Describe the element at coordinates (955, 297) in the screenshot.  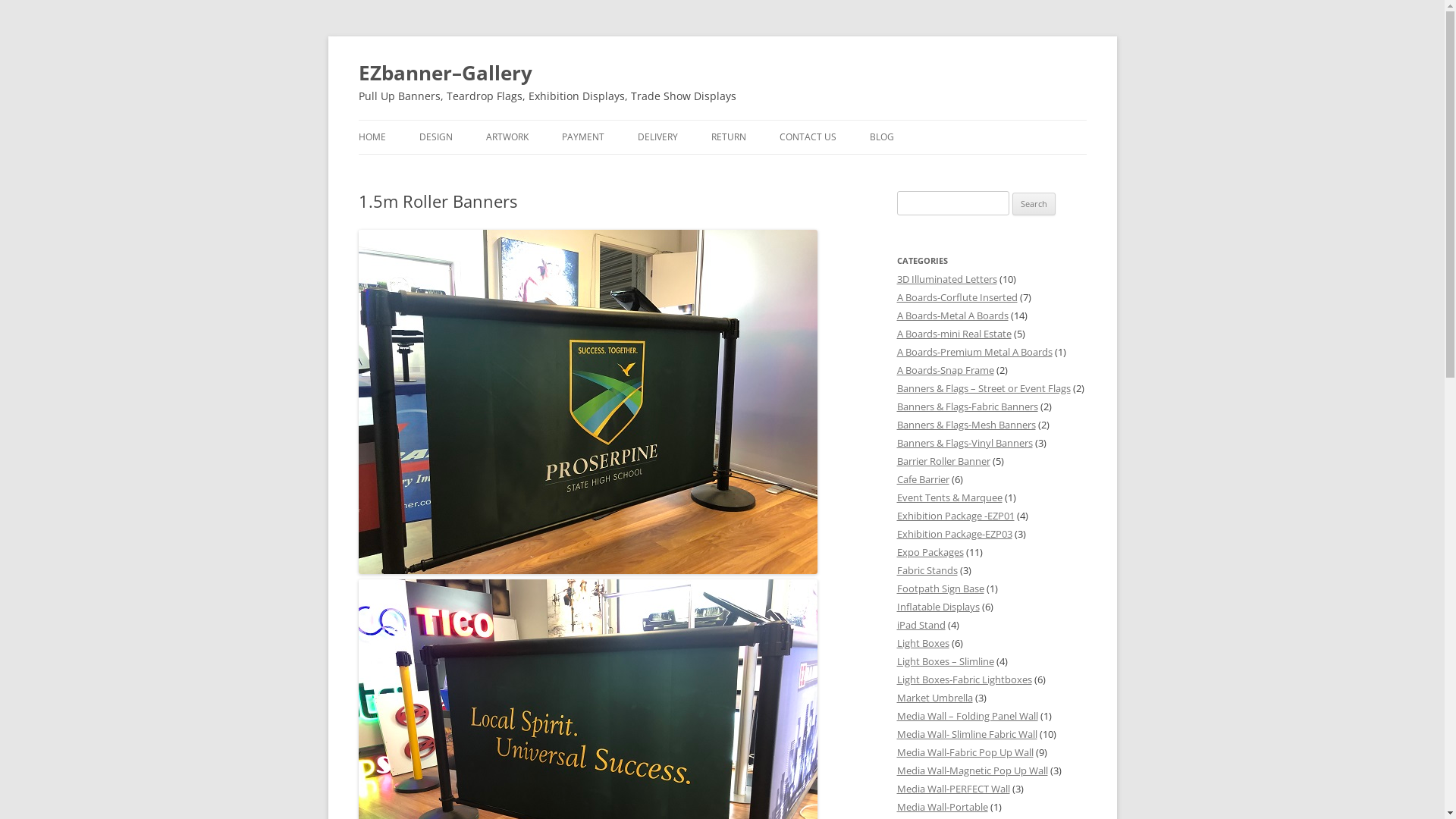
I see `'A Boards-Corflute Inserted'` at that location.